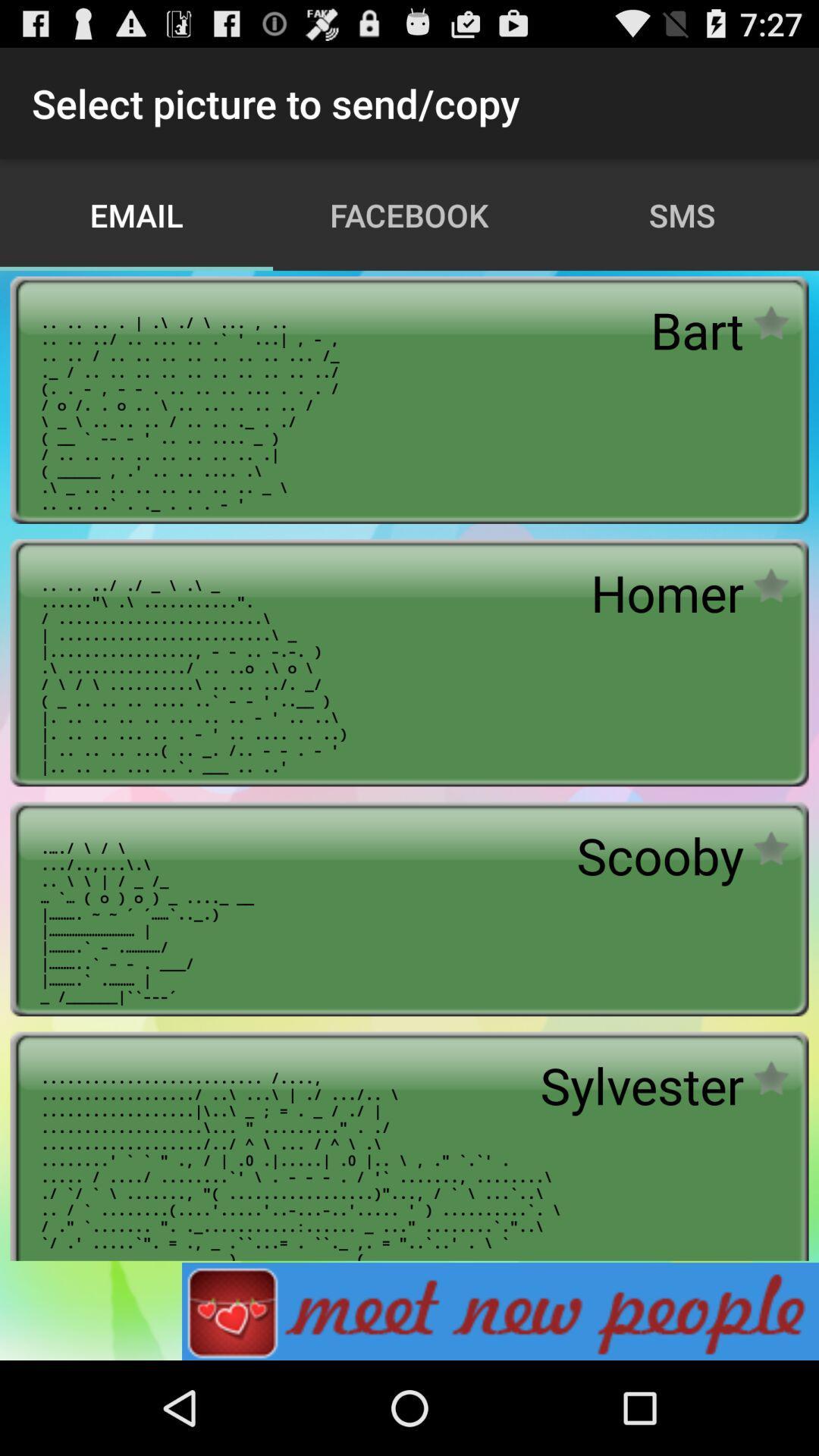 The width and height of the screenshot is (819, 1456). I want to click on item below the _ _ 0 icon, so click(500, 1310).